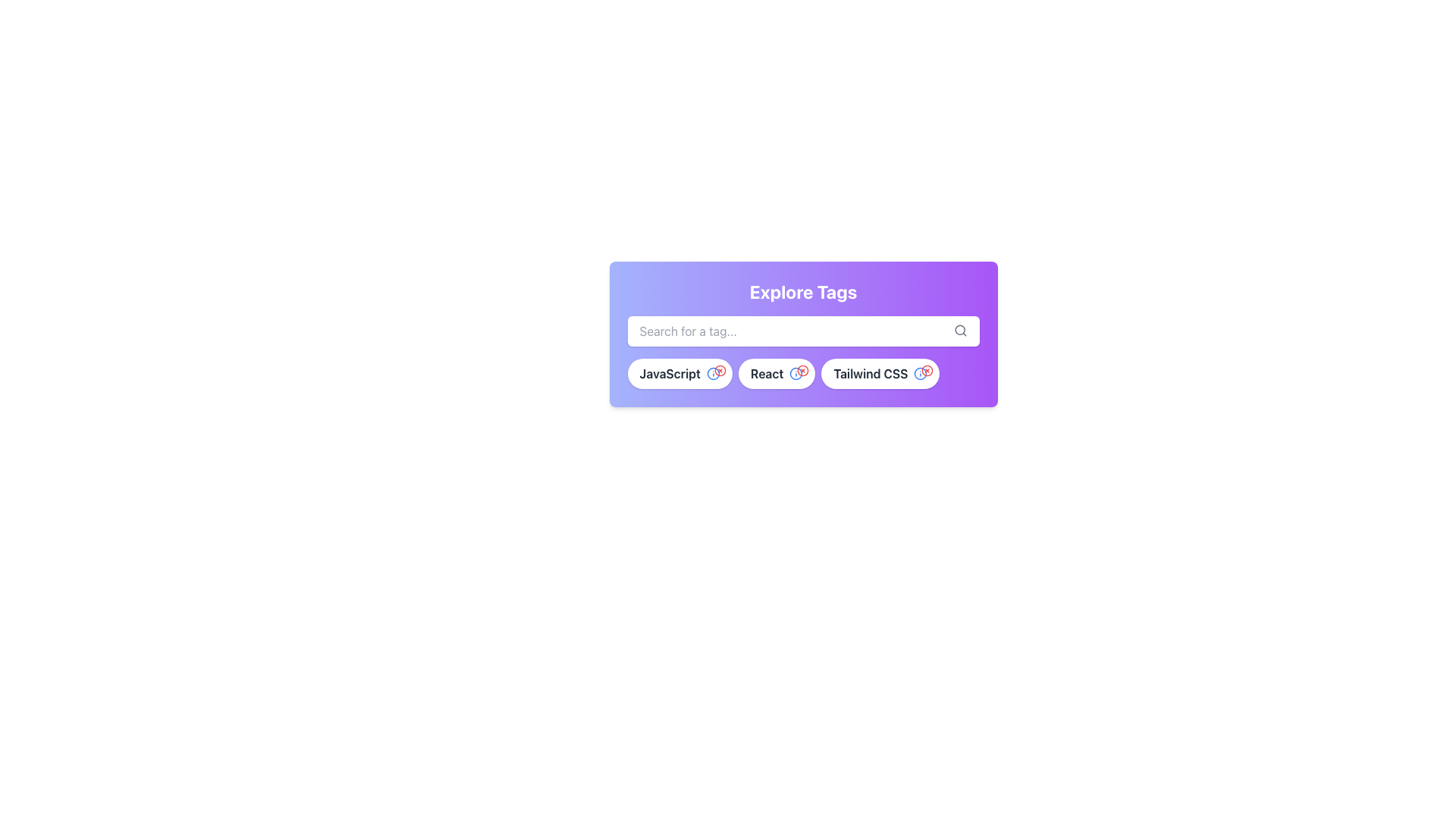 The width and height of the screenshot is (1456, 819). Describe the element at coordinates (679, 374) in the screenshot. I see `the 'JavaScript' tag component, which is the first item in a horizontal list of tag-like buttons` at that location.